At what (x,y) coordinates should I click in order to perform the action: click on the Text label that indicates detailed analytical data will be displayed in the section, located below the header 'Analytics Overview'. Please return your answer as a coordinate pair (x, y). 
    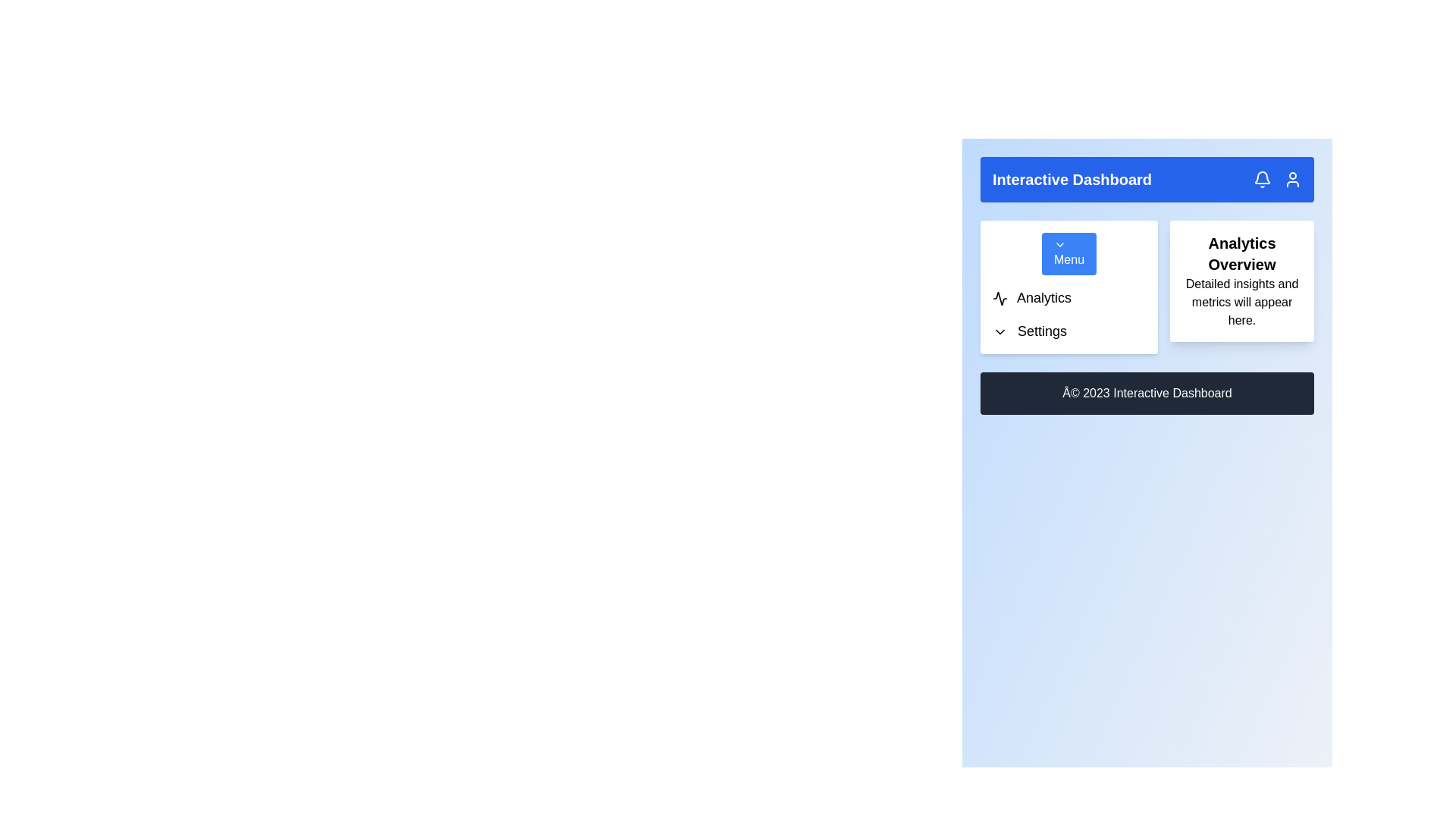
    Looking at the image, I should click on (1242, 302).